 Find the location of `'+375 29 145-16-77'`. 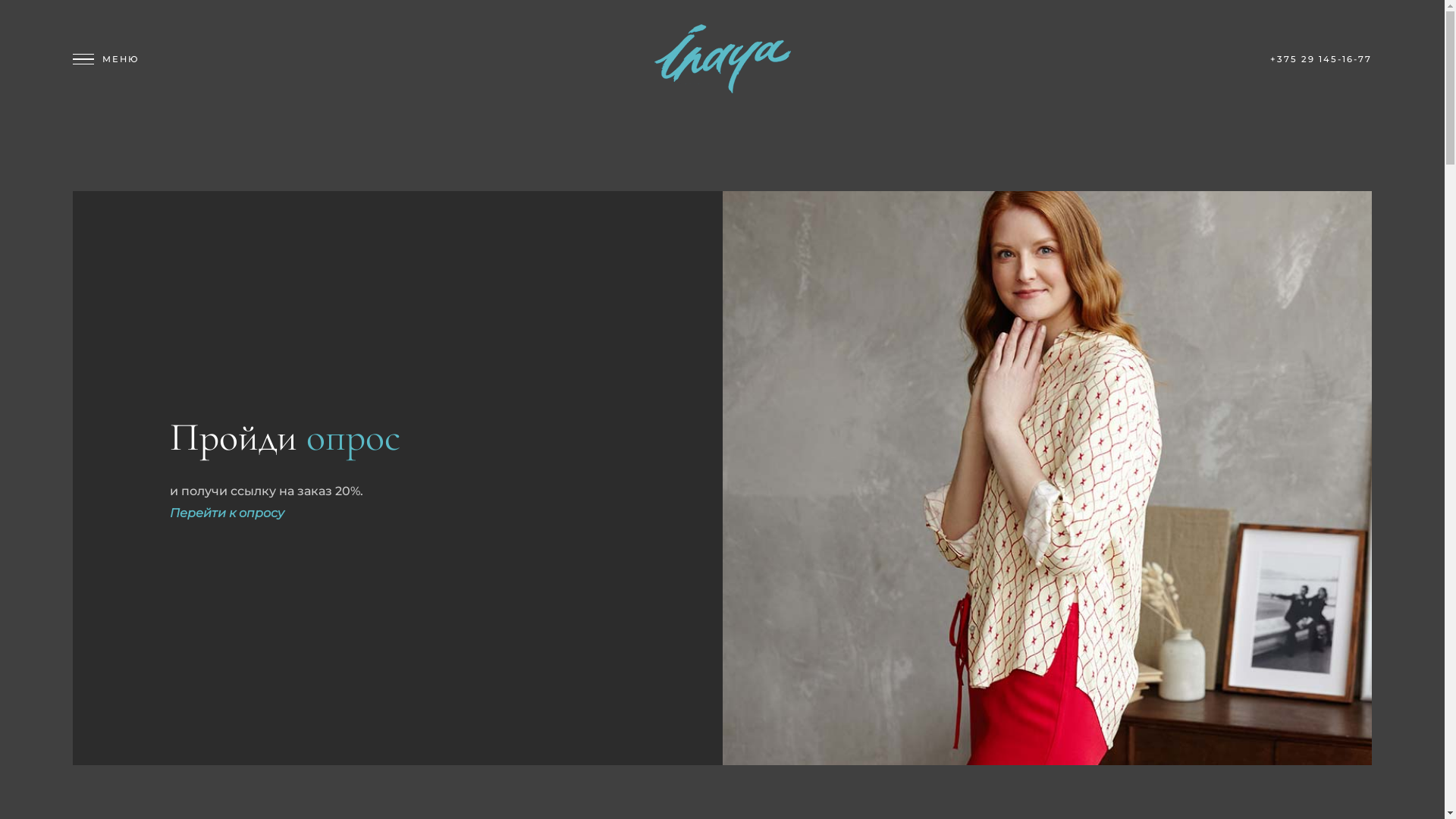

'+375 29 145-16-77' is located at coordinates (1320, 58).